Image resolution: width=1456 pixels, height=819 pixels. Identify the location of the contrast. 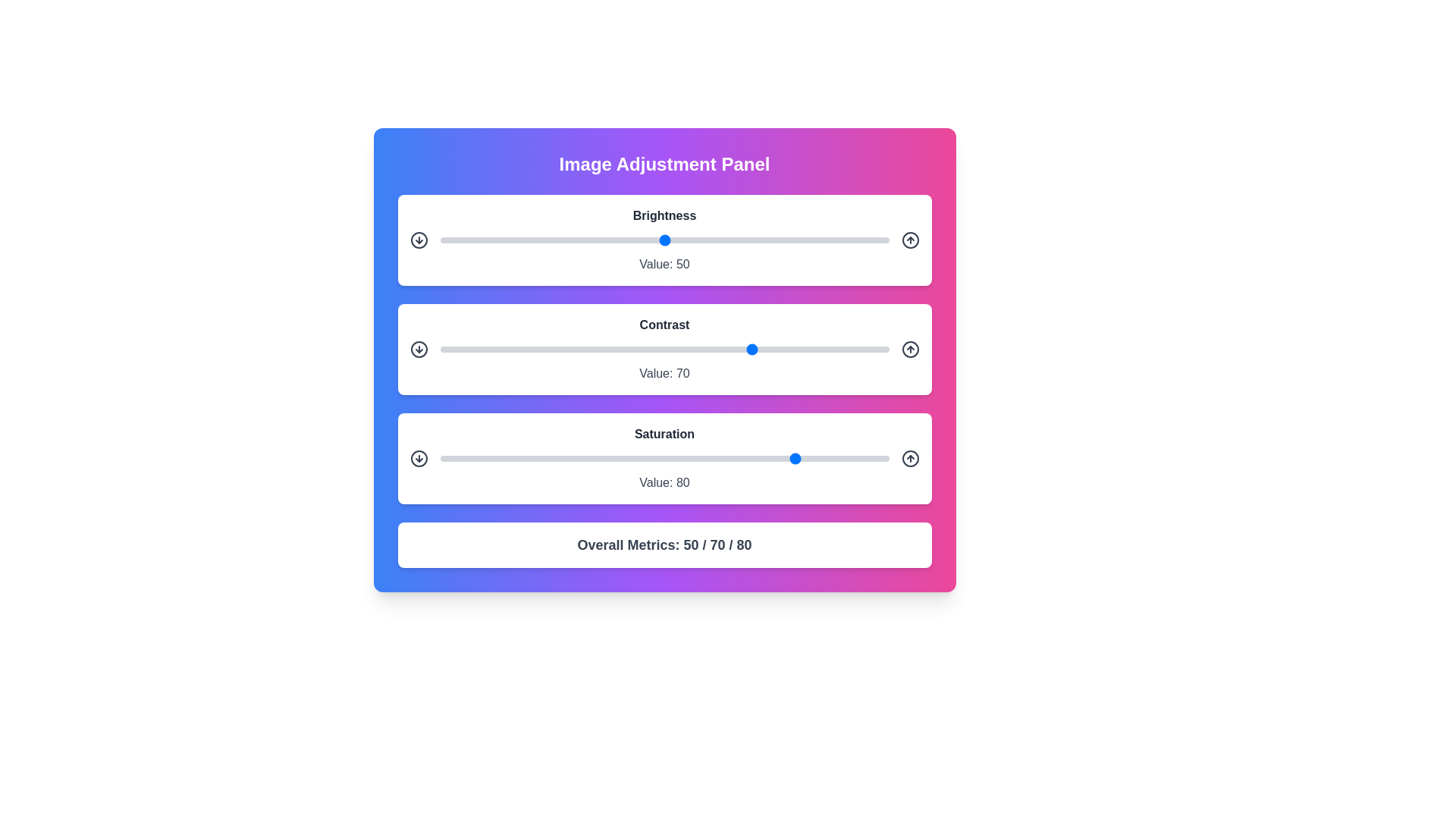
(520, 350).